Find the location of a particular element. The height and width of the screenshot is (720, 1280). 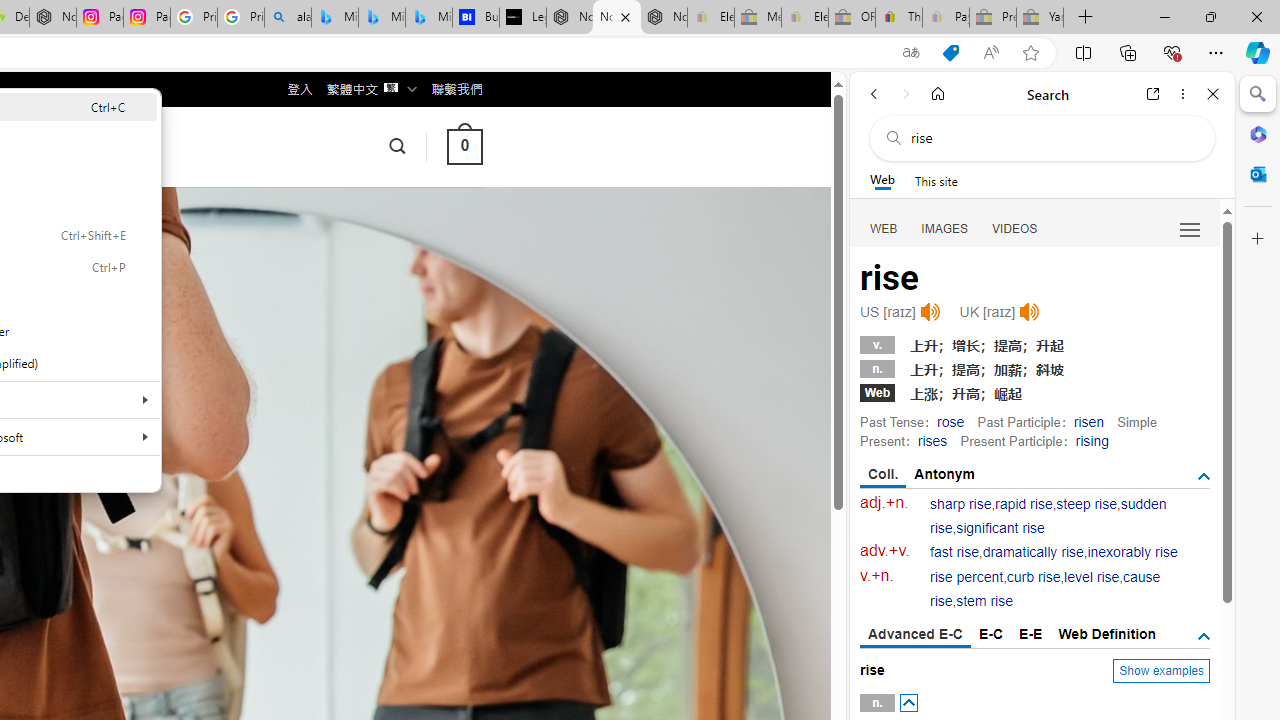

'rises' is located at coordinates (931, 440).